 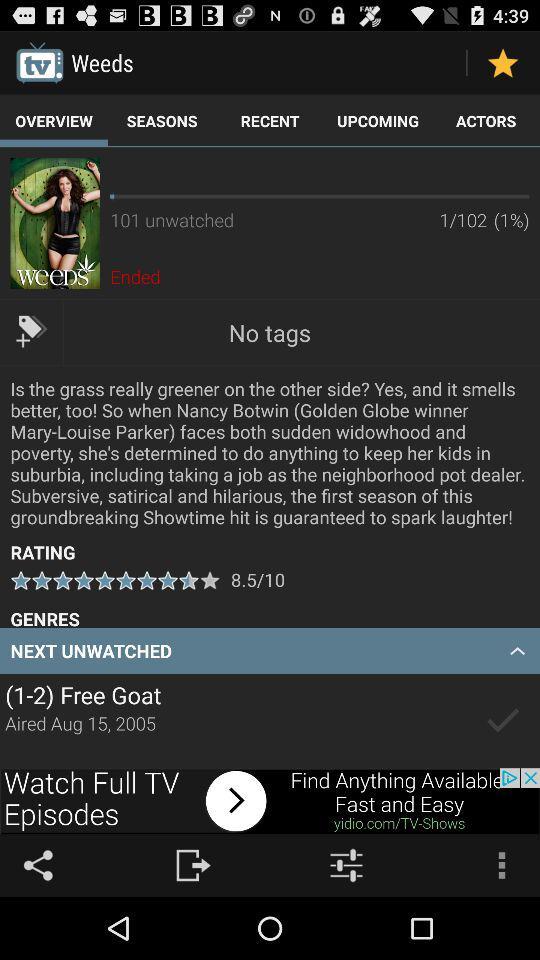 What do you see at coordinates (55, 223) in the screenshot?
I see `see more about weeds` at bounding box center [55, 223].